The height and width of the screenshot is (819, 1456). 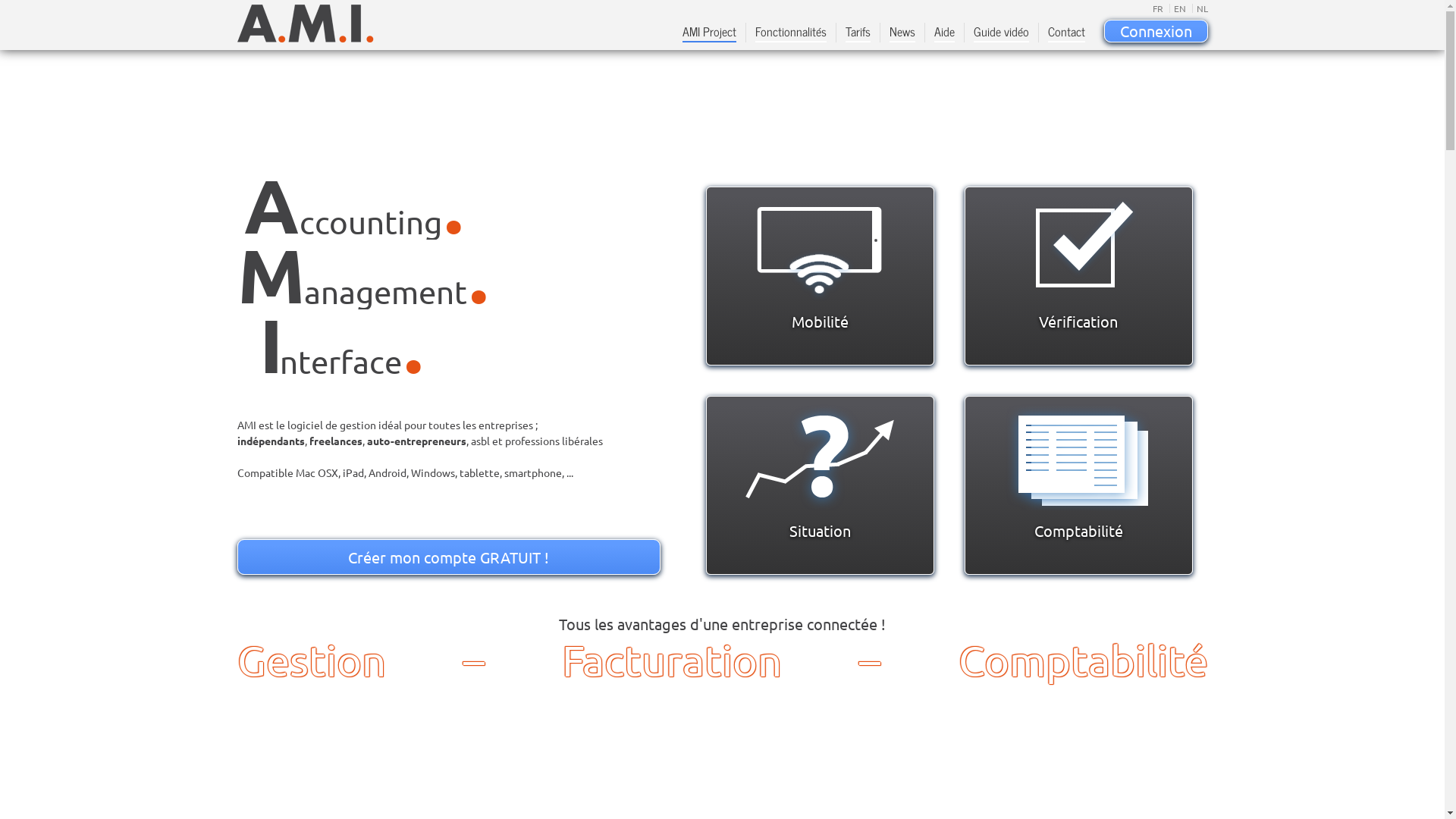 I want to click on 'NL', so click(x=1199, y=8).